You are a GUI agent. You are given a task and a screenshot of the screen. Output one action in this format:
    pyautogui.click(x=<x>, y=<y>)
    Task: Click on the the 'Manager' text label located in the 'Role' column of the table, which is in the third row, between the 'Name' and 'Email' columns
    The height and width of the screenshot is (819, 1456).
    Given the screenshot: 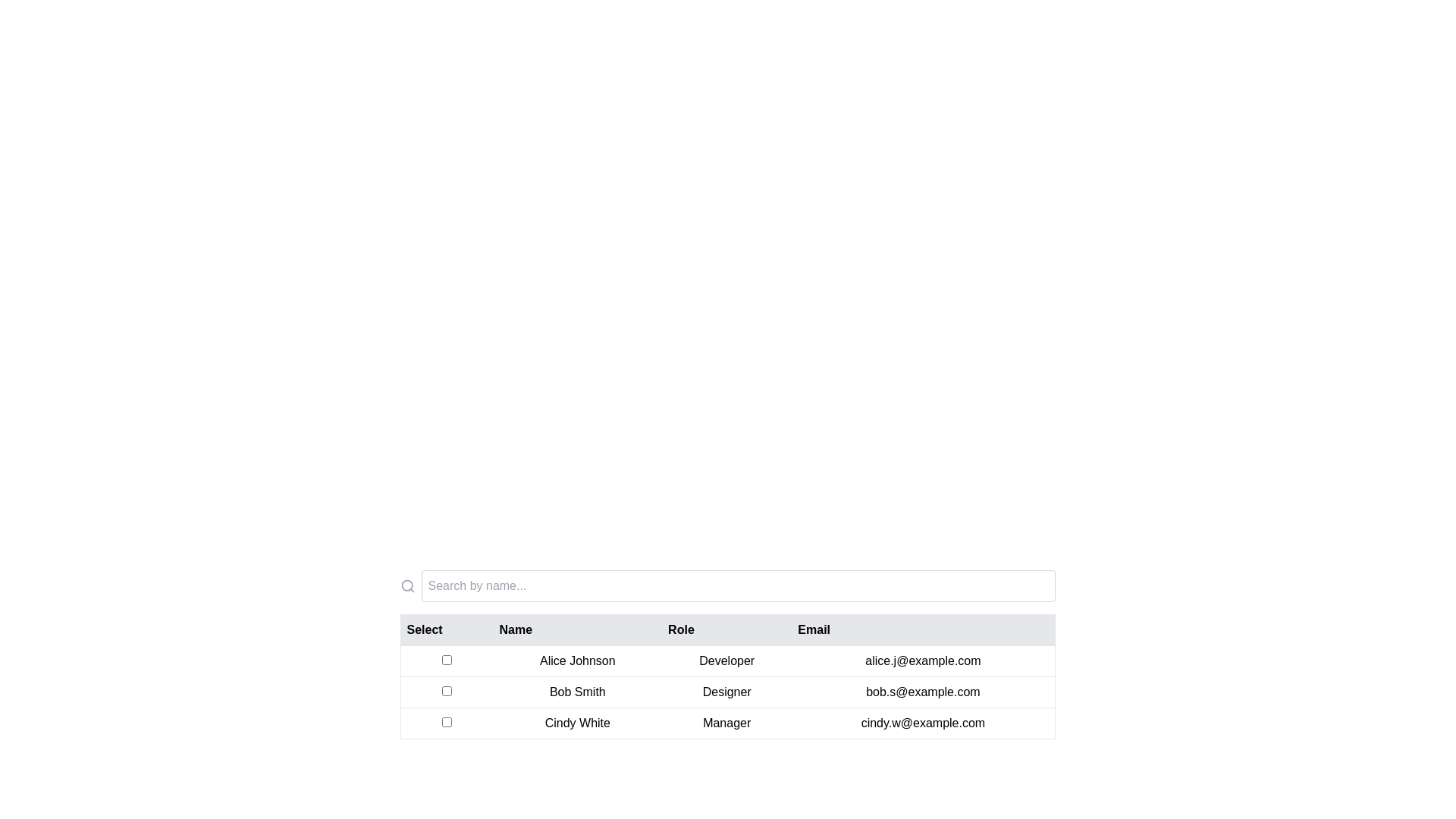 What is the action you would take?
    pyautogui.click(x=726, y=722)
    